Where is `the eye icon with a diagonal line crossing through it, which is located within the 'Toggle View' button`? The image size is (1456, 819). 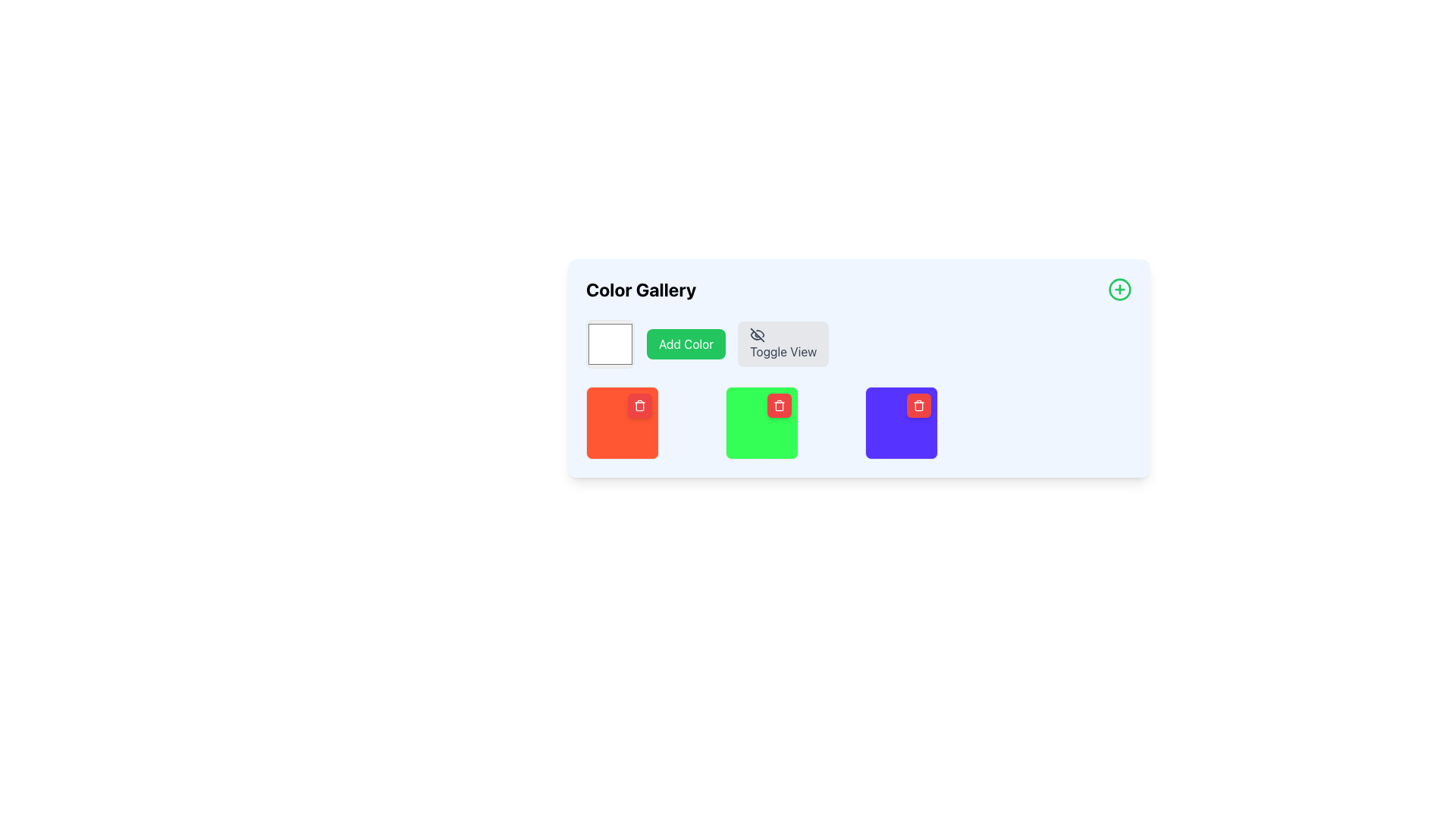 the eye icon with a diagonal line crossing through it, which is located within the 'Toggle View' button is located at coordinates (758, 334).